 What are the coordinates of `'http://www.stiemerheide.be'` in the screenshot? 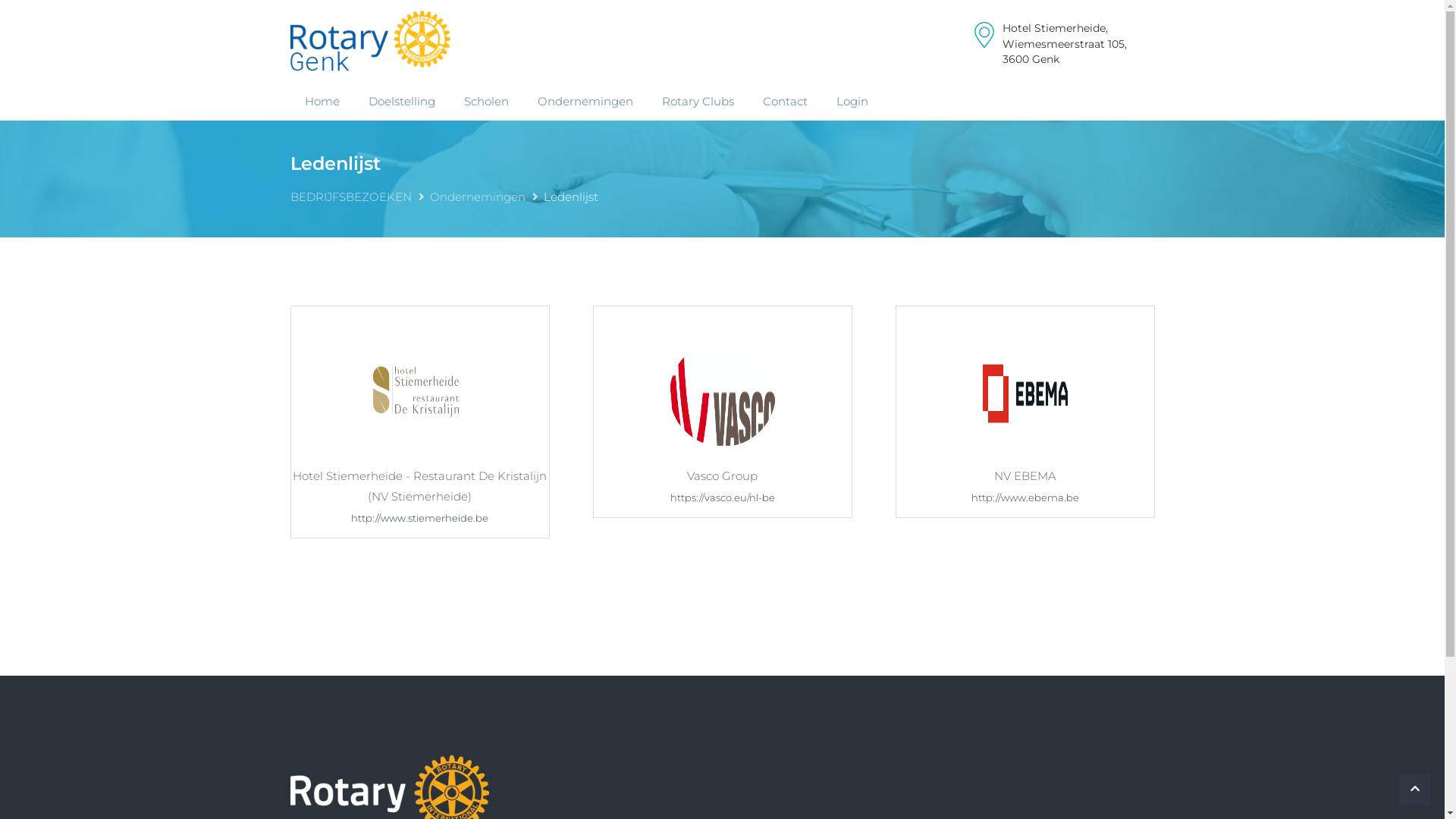 It's located at (419, 516).